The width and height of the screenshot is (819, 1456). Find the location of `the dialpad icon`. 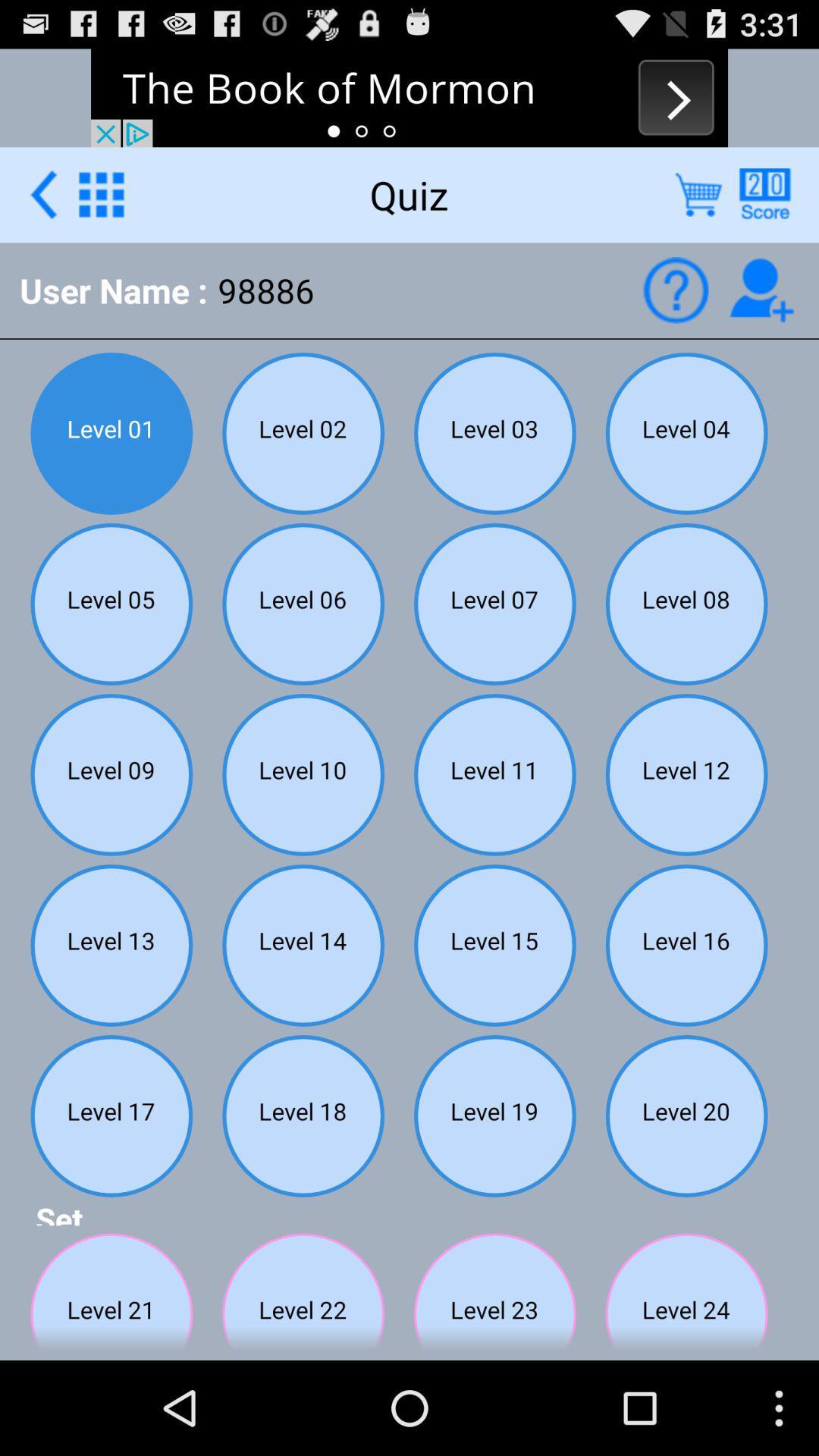

the dialpad icon is located at coordinates (101, 207).